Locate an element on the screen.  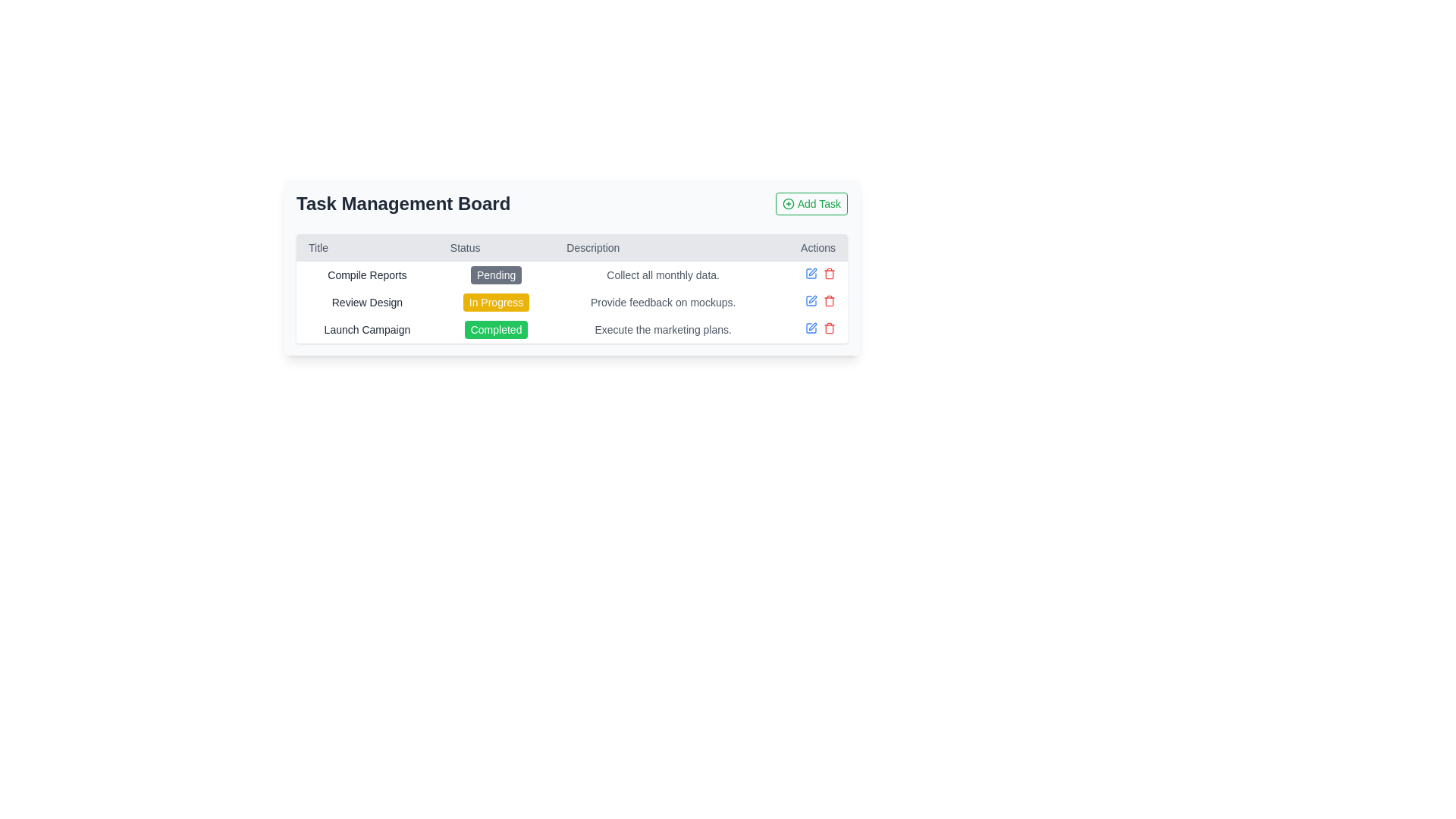
the 'Description' text label for the 'Review Design' task located in the third column is located at coordinates (663, 302).